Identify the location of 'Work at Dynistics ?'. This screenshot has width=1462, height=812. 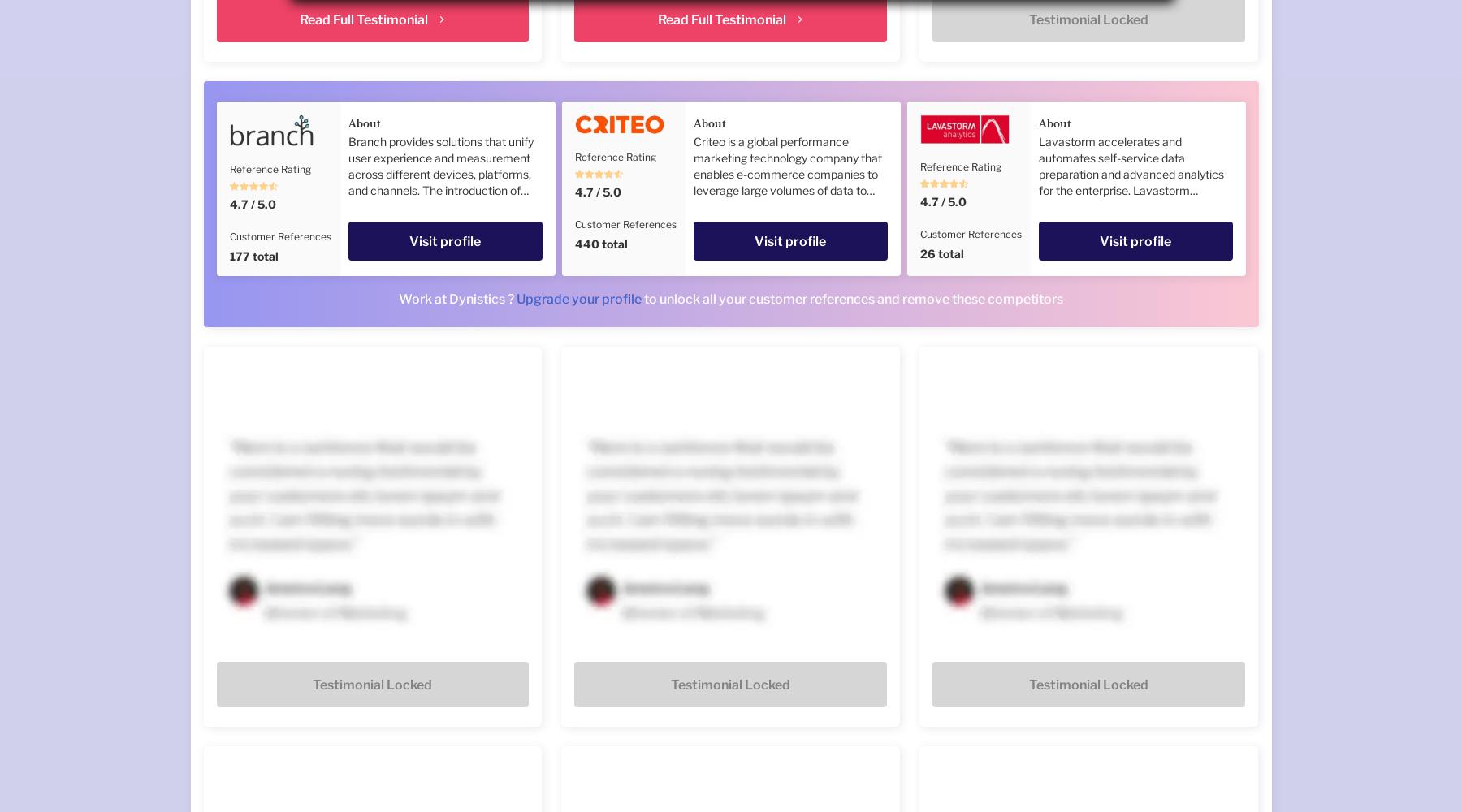
(456, 298).